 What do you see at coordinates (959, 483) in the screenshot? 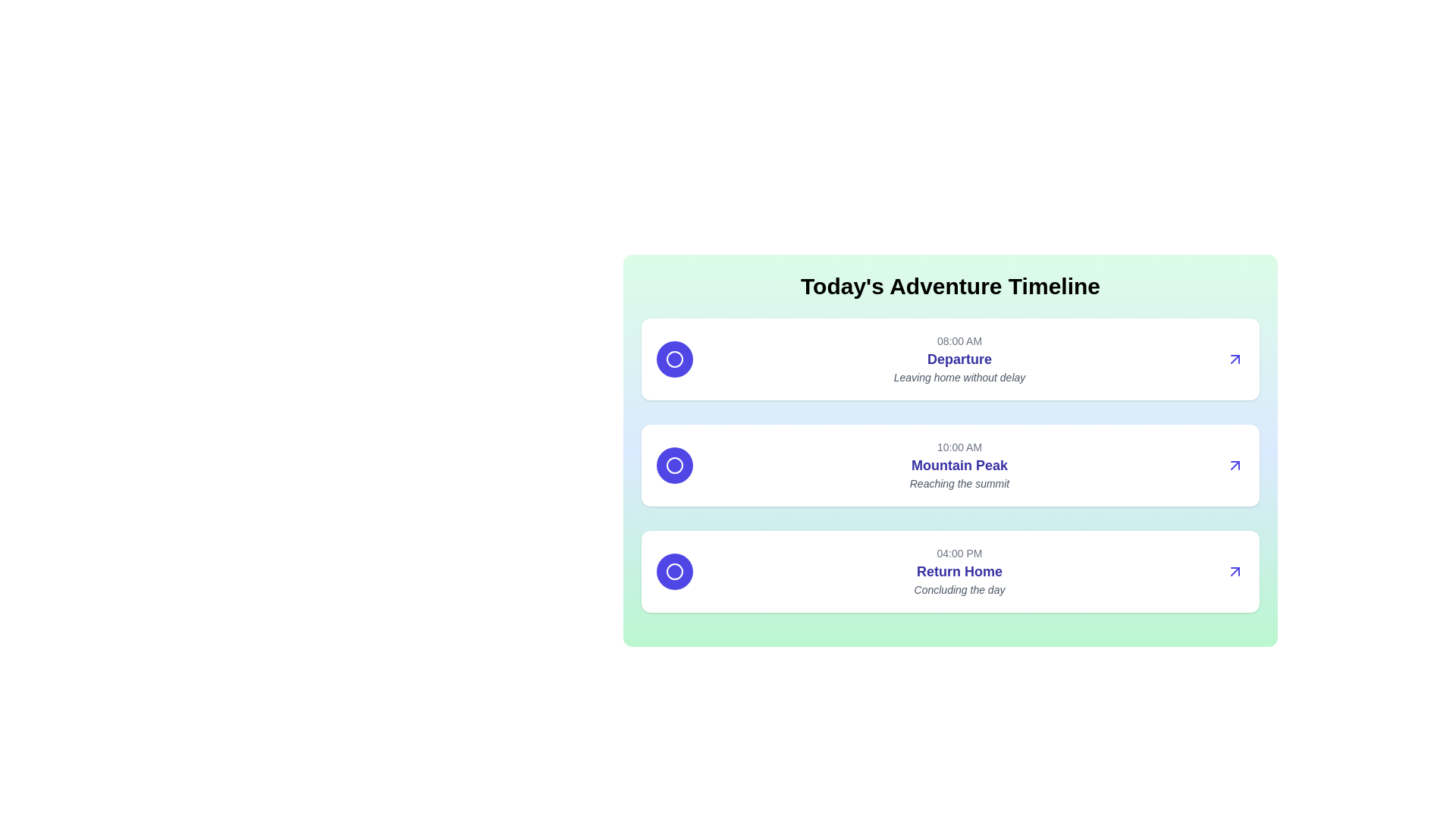
I see `the text label styled in smaller italicized gray text that contains the phrase 'Reaching the summit', located below the bold title 'Mountain Peak' in the middle card of the timeline` at bounding box center [959, 483].